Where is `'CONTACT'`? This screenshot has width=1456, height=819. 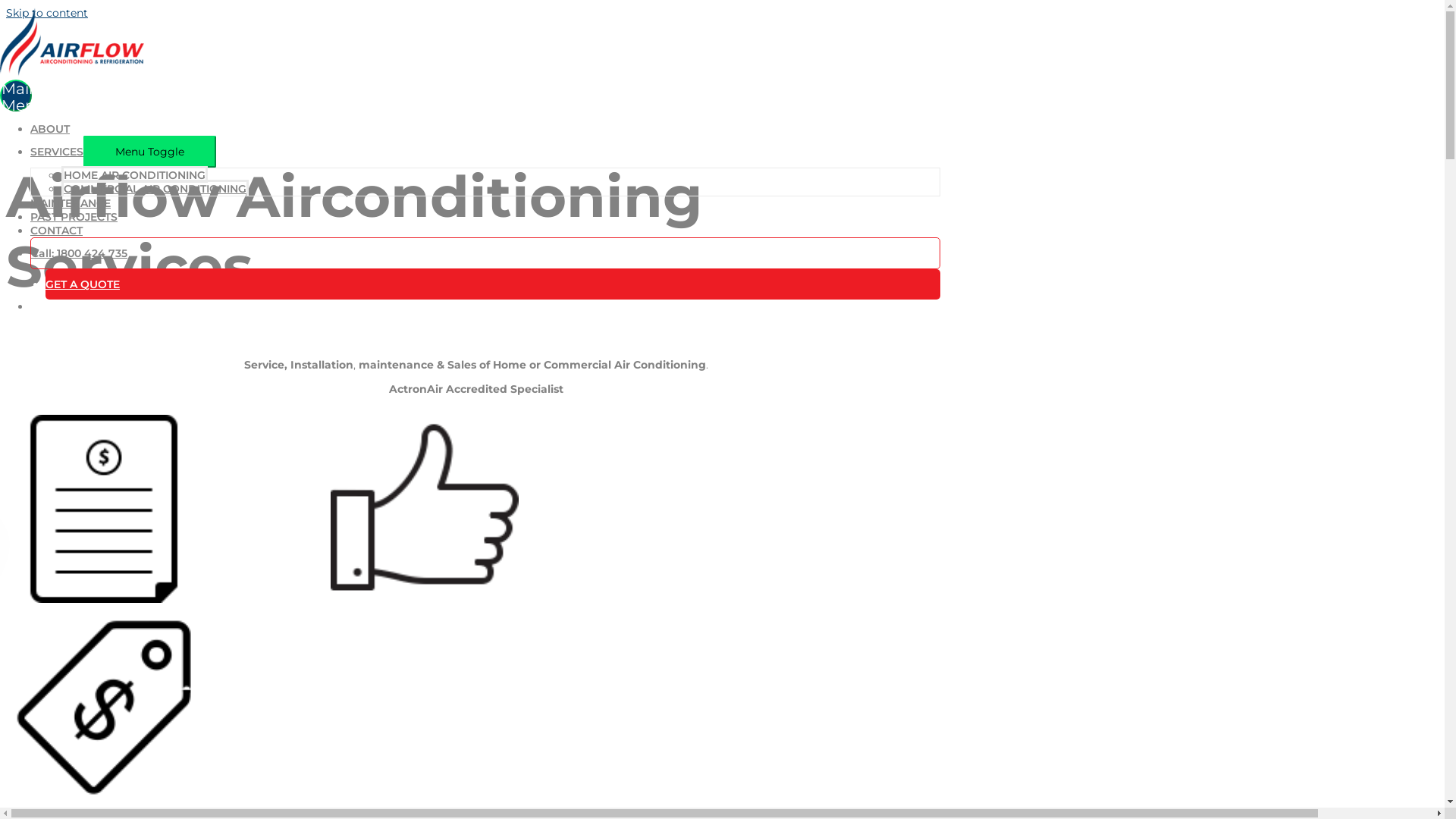 'CONTACT' is located at coordinates (56, 231).